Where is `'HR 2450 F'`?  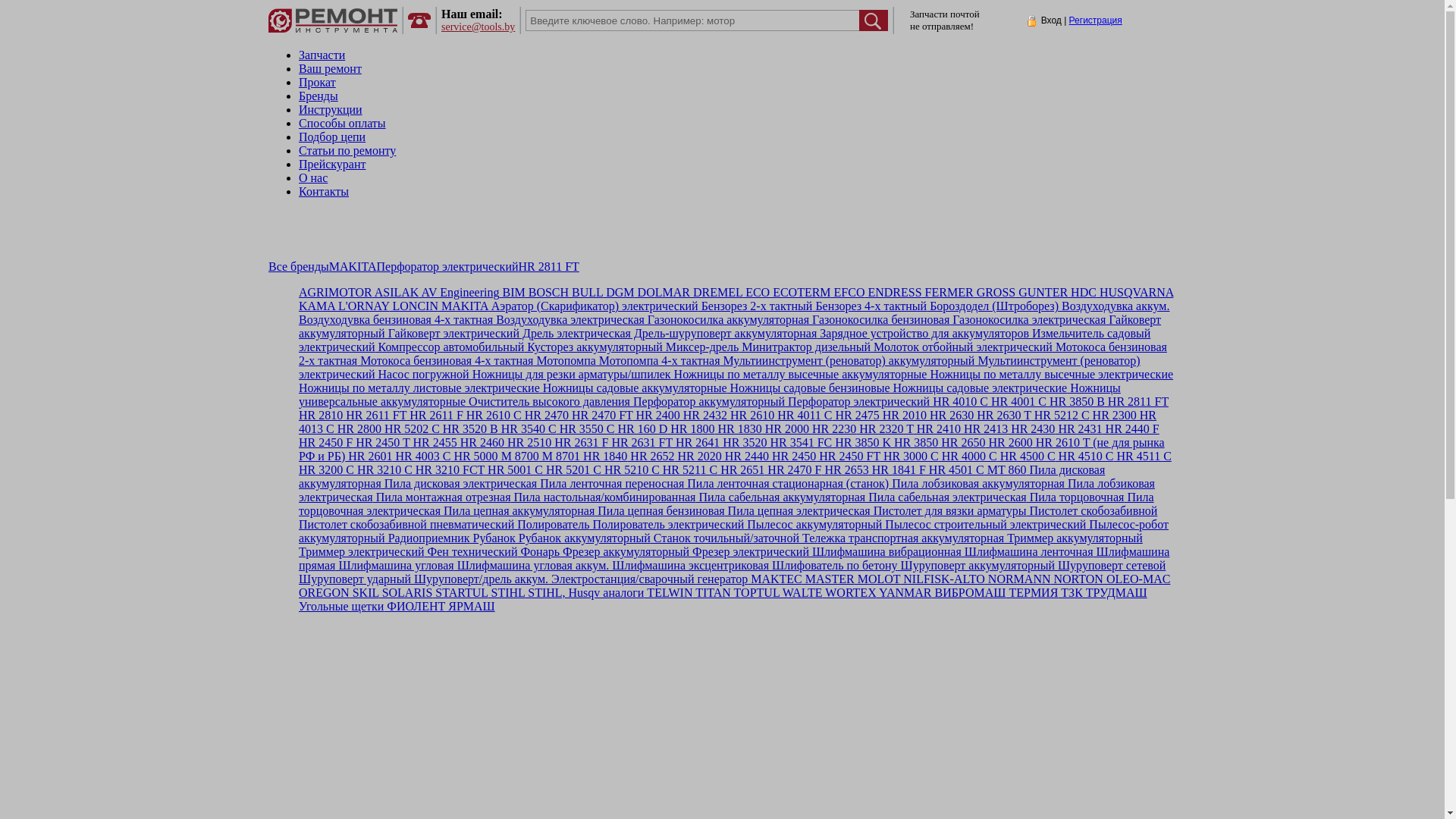 'HR 2450 F' is located at coordinates (325, 442).